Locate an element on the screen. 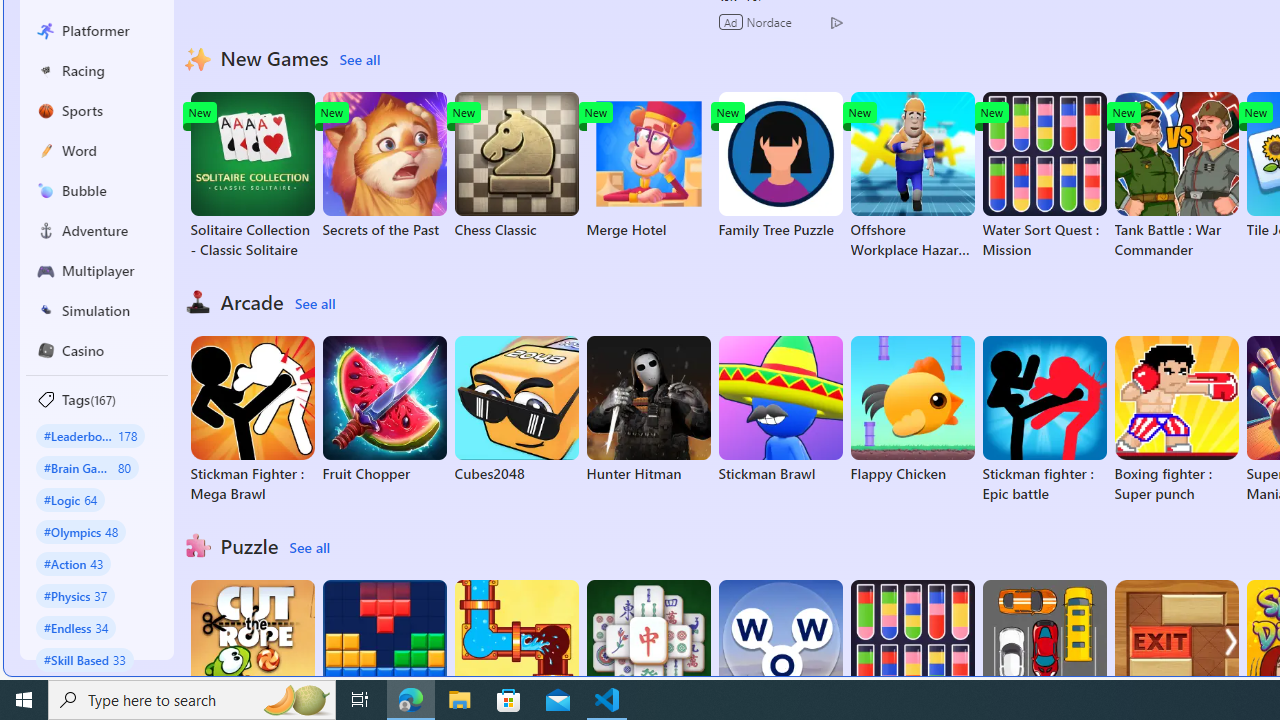 This screenshot has width=1280, height=720. 'Solitaire Collection - Classic Solitaire' is located at coordinates (251, 175).